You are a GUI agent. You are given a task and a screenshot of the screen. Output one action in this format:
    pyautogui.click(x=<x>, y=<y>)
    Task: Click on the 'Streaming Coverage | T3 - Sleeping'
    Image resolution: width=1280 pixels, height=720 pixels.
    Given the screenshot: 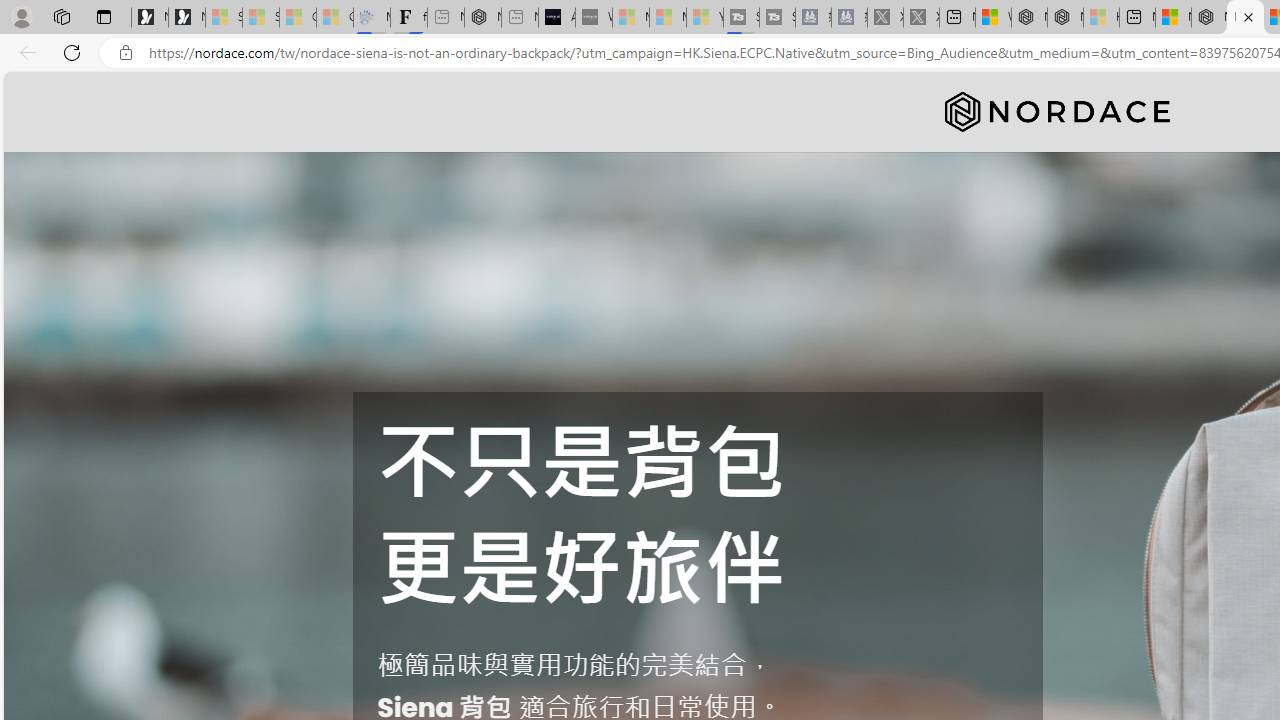 What is the action you would take?
    pyautogui.click(x=740, y=17)
    